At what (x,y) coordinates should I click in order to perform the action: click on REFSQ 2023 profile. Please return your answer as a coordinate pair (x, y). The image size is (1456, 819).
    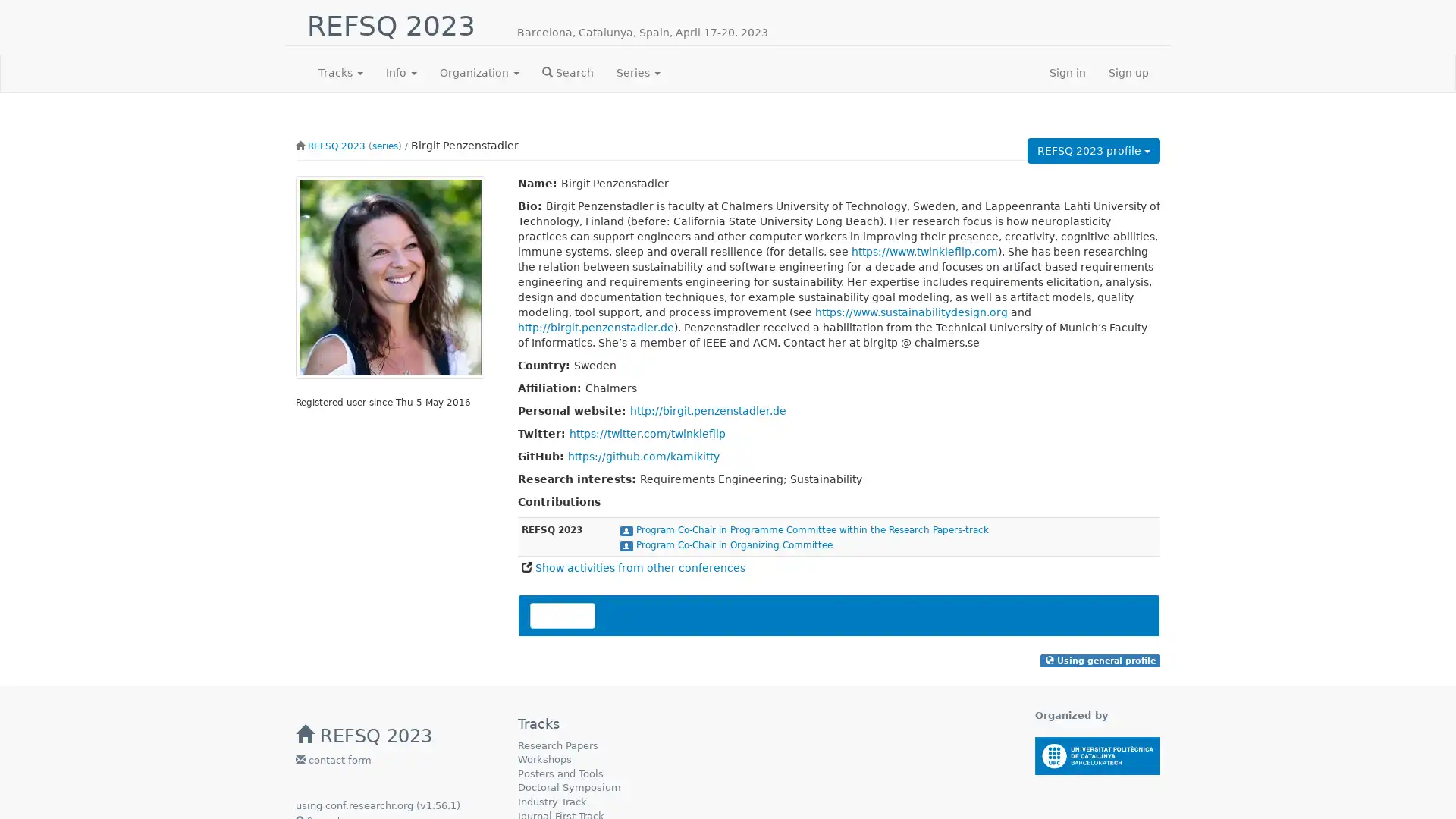
    Looking at the image, I should click on (1094, 151).